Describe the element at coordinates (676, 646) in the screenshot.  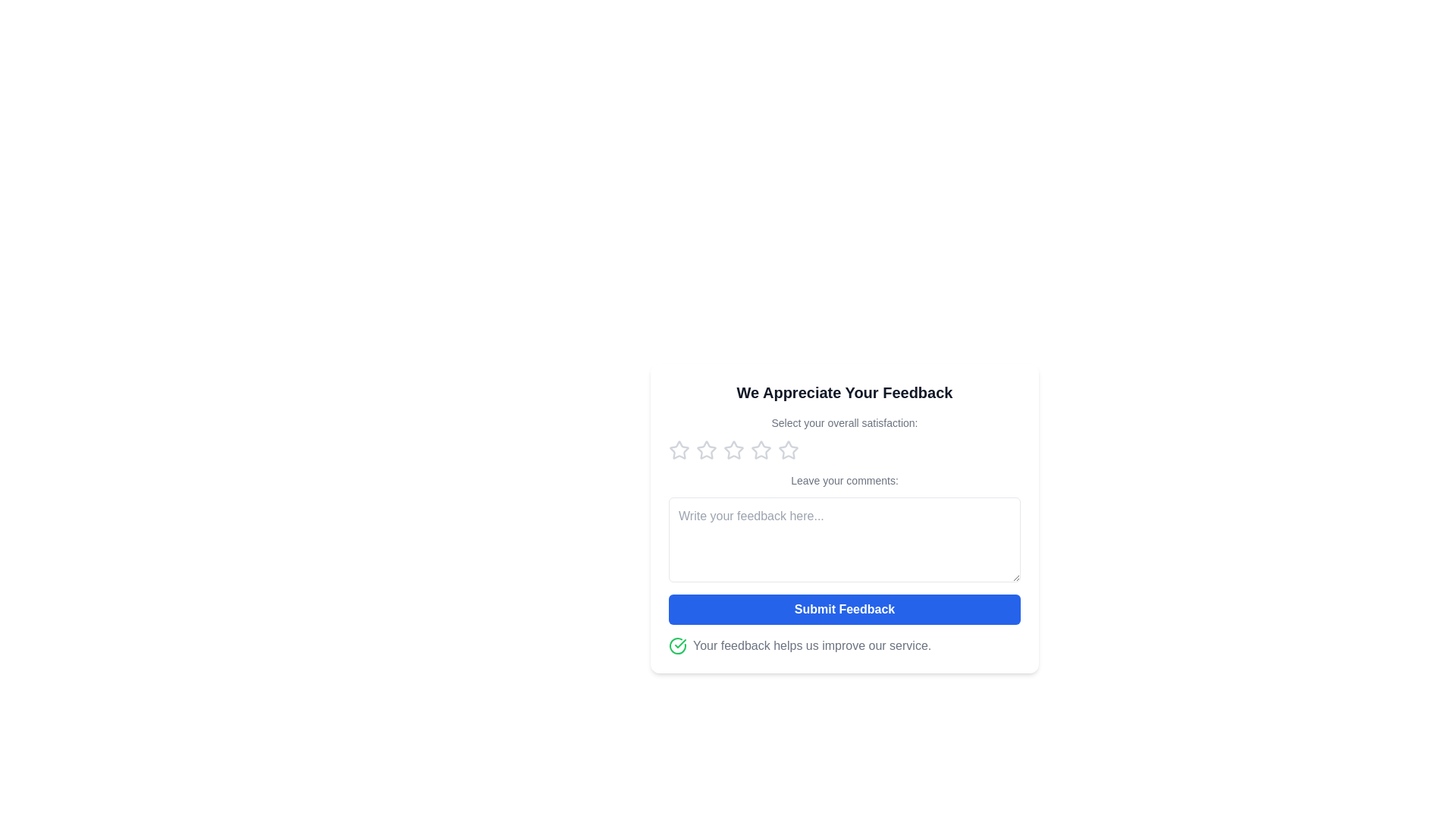
I see `the green circular vector graphic icon located near the lower-left corner of the feedback box, beside the text 'Your feedback helps us.'` at that location.